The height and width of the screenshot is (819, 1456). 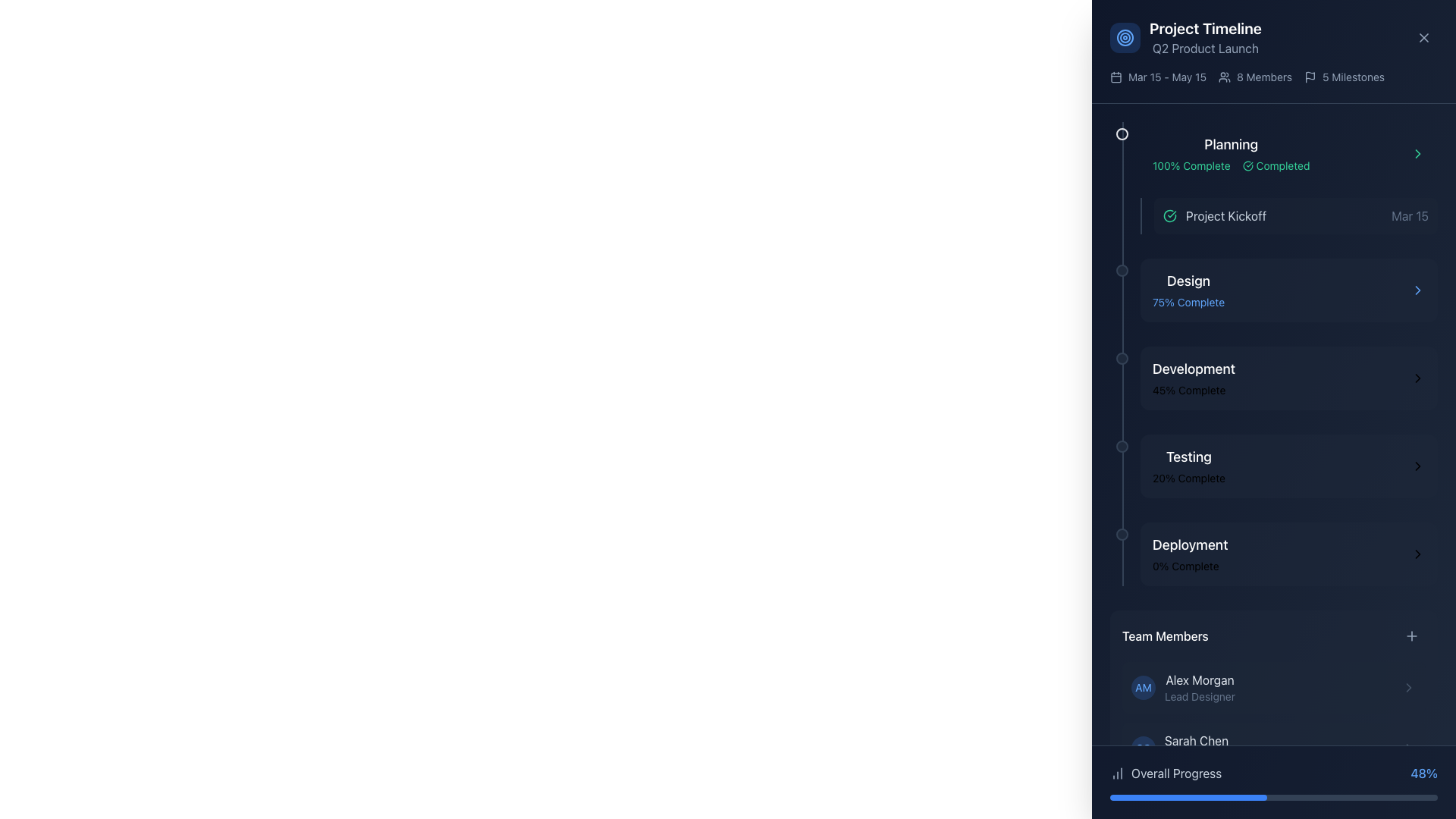 What do you see at coordinates (1231, 166) in the screenshot?
I see `the completion status indicator for the 'Planning' milestone, which is located directly beneath the 'Planning' header and to the right of the main timeline vertical line` at bounding box center [1231, 166].